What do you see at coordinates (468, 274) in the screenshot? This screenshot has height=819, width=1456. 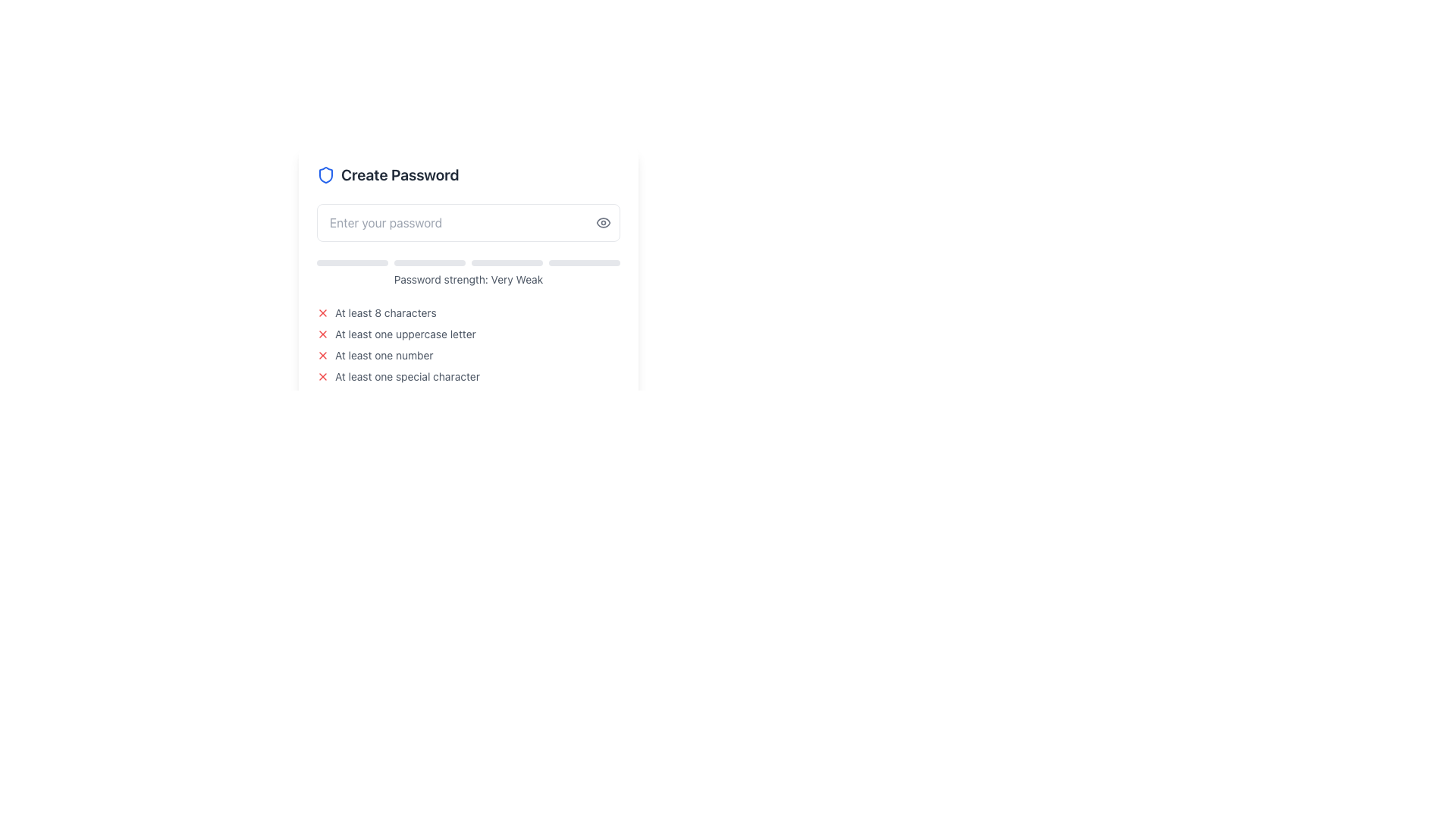 I see `the static text 'Password strength: Very Weak'` at bounding box center [468, 274].